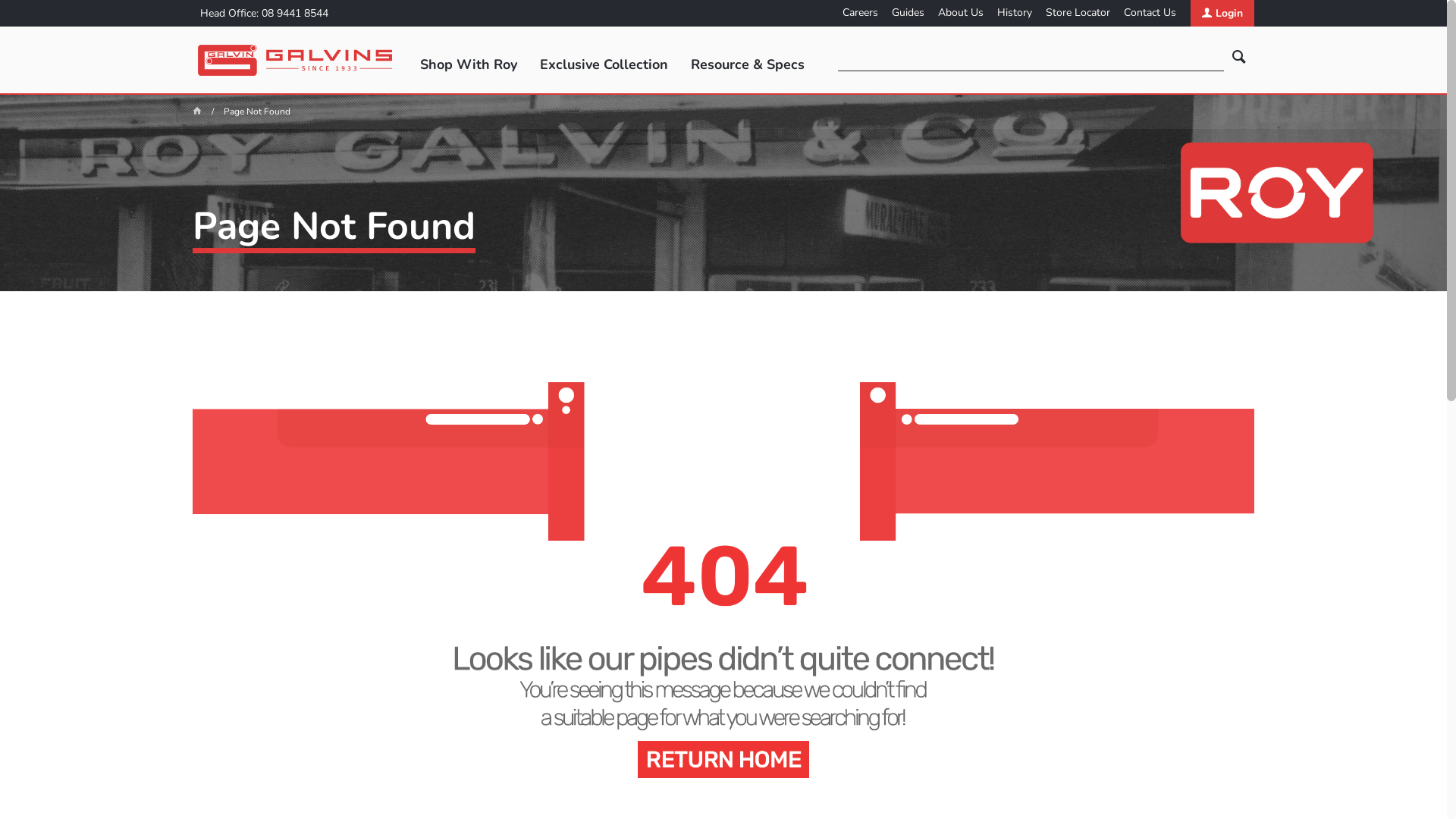 This screenshot has height=819, width=1456. What do you see at coordinates (1015, 13) in the screenshot?
I see `'History'` at bounding box center [1015, 13].